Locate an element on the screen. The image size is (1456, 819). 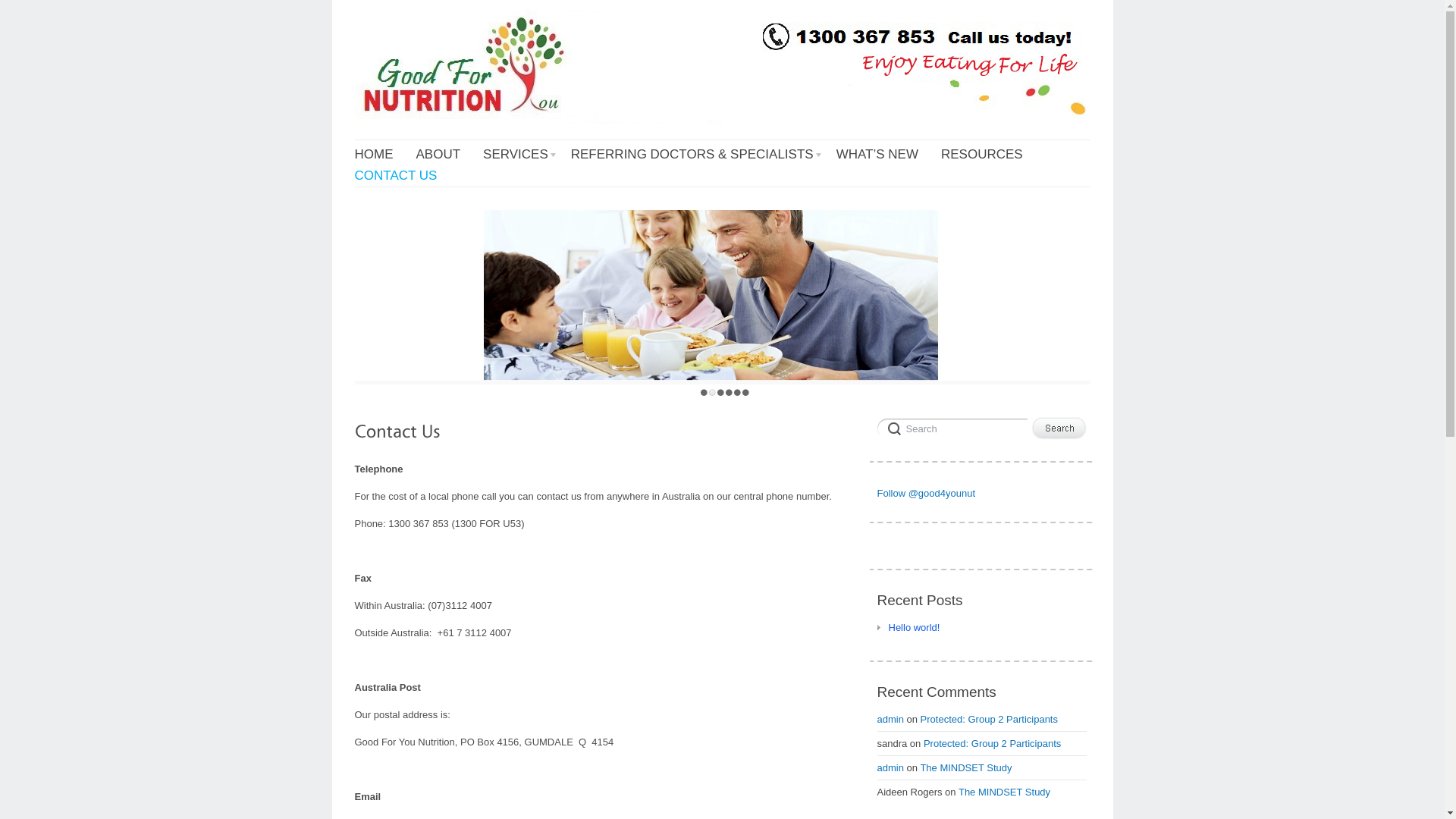
'1' is located at coordinates (703, 391).